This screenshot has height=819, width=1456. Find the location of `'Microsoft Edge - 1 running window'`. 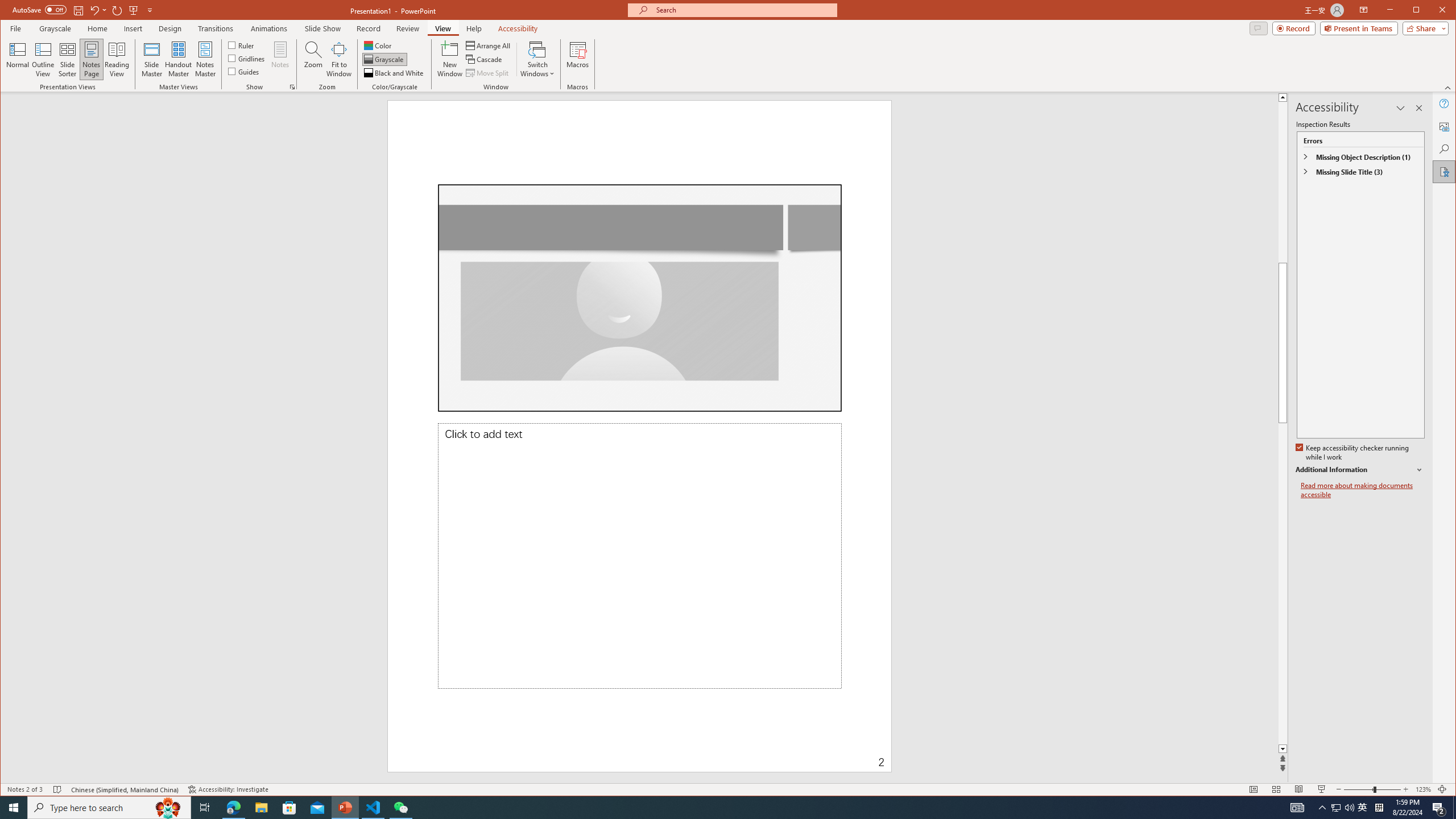

'Microsoft Edge - 1 running window' is located at coordinates (233, 806).